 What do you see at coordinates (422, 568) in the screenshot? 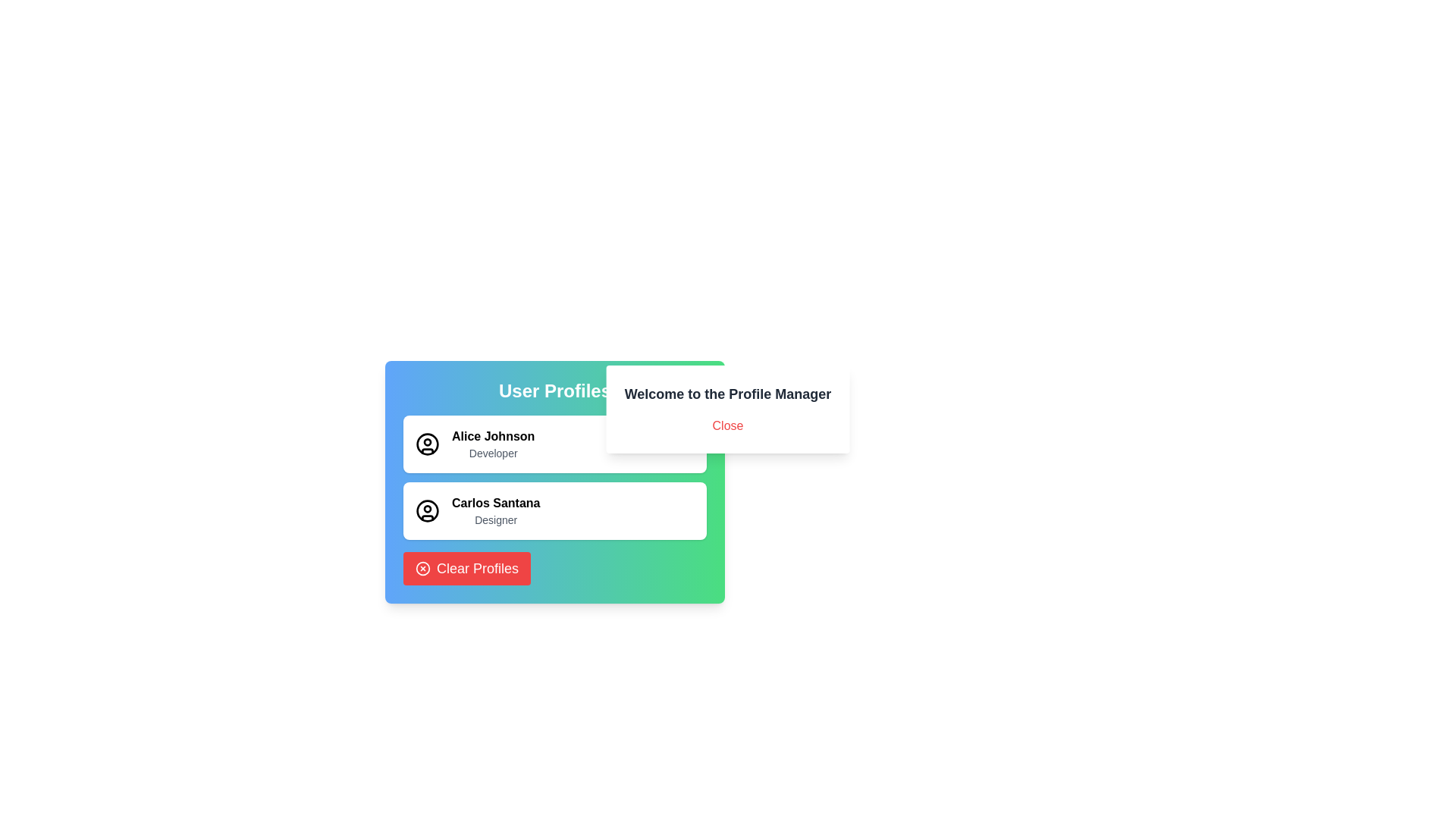
I see `the appearance of the icon representing the action of clearing or resetting profiles, located on the left side of the 'Clear Profiles' button` at bounding box center [422, 568].